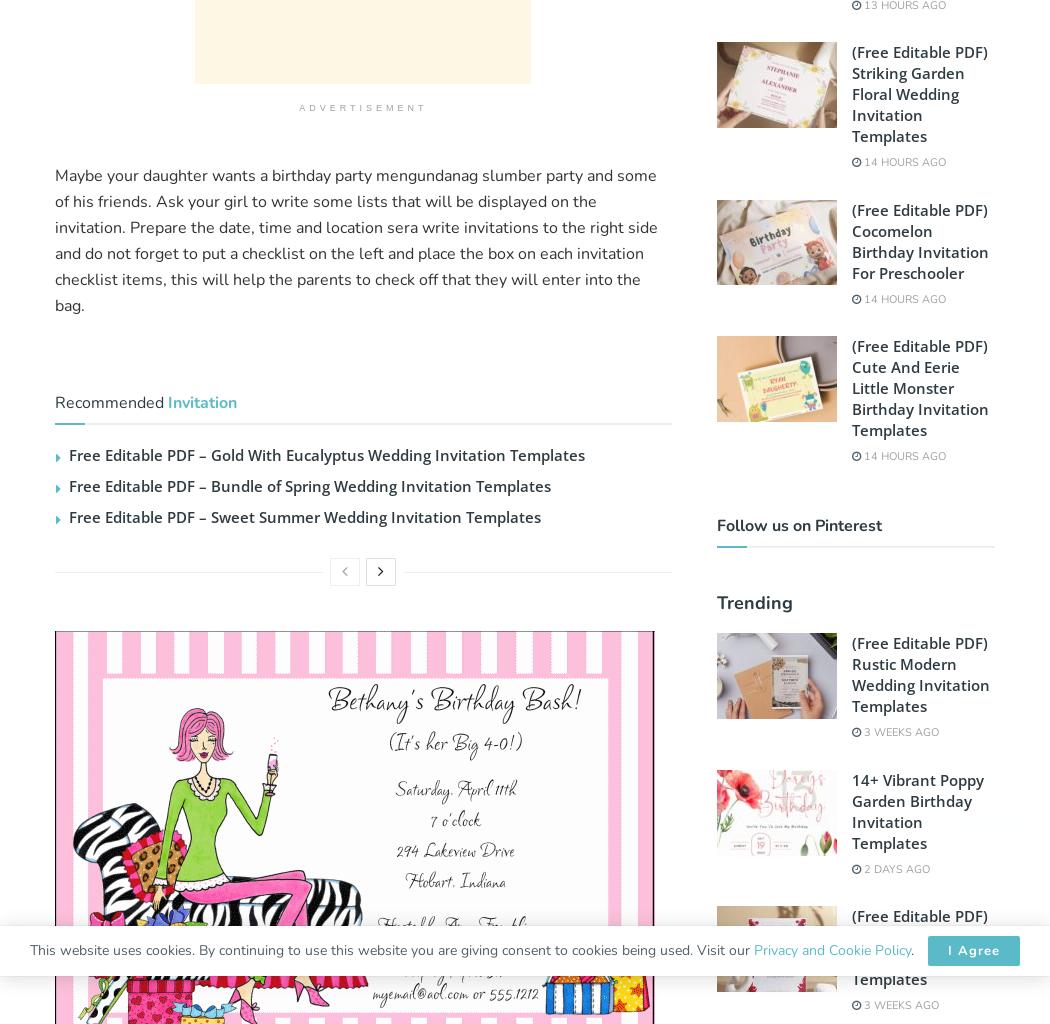 The image size is (1050, 1024). What do you see at coordinates (108, 279) in the screenshot?
I see `'checklist items'` at bounding box center [108, 279].